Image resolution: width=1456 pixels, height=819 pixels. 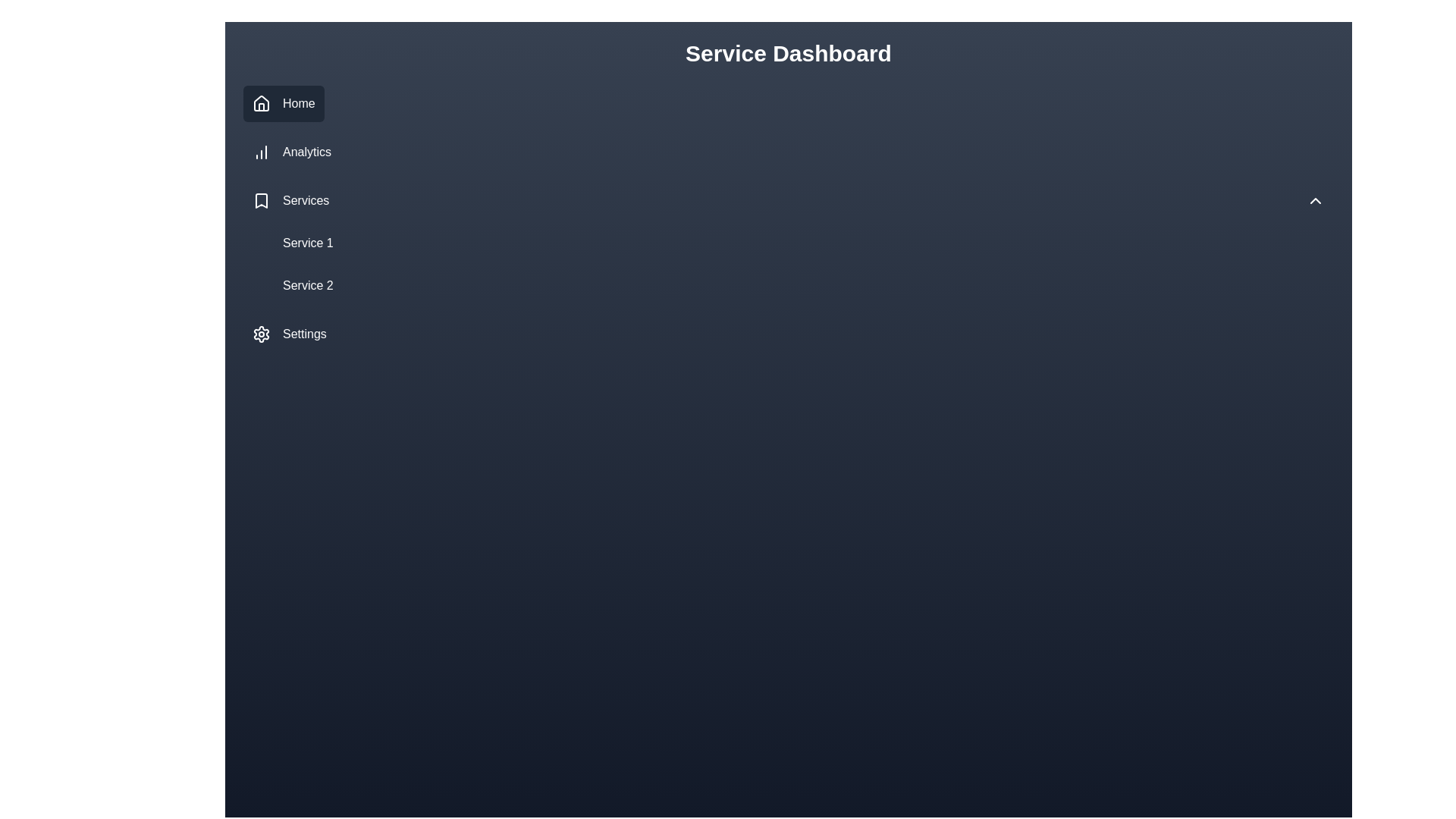 I want to click on the Header Text labeled 'Service Dashboard', which is a bold title centrally positioned at the top of the interface, as it illustrates content context, so click(x=789, y=52).